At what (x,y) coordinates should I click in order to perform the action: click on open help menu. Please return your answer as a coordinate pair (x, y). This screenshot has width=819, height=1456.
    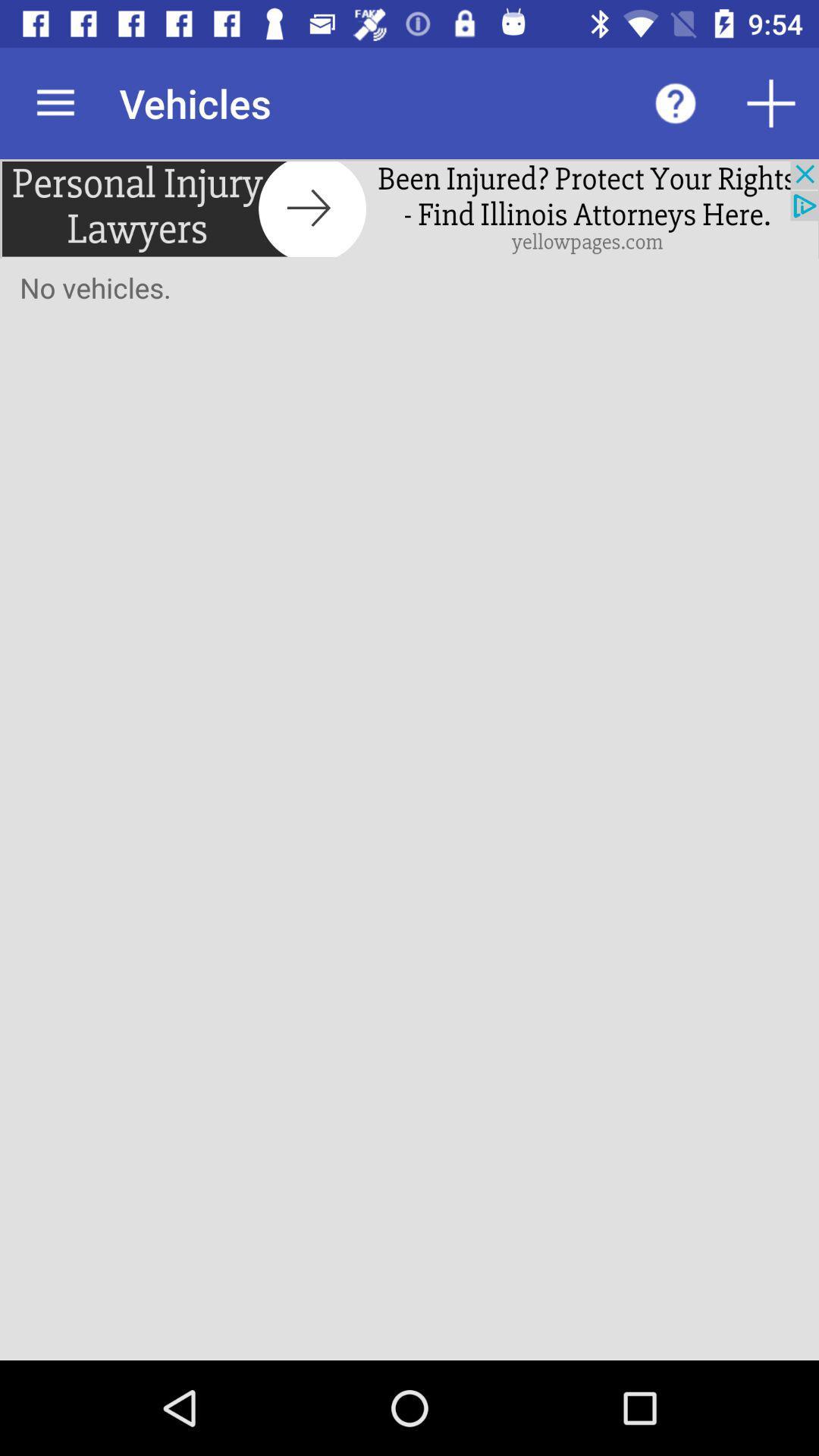
    Looking at the image, I should click on (675, 102).